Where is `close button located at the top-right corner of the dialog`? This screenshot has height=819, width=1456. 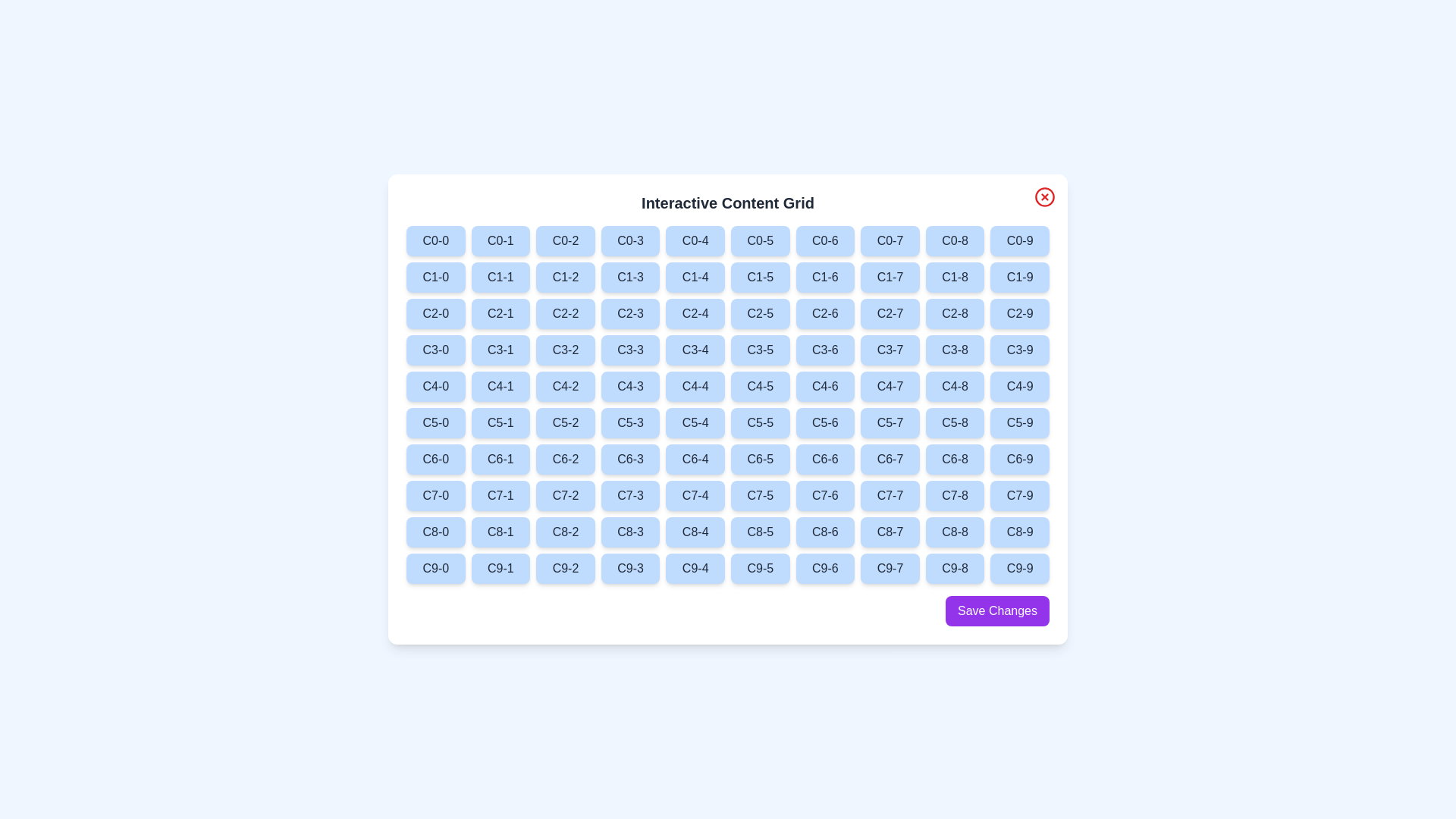 close button located at the top-right corner of the dialog is located at coordinates (1043, 196).